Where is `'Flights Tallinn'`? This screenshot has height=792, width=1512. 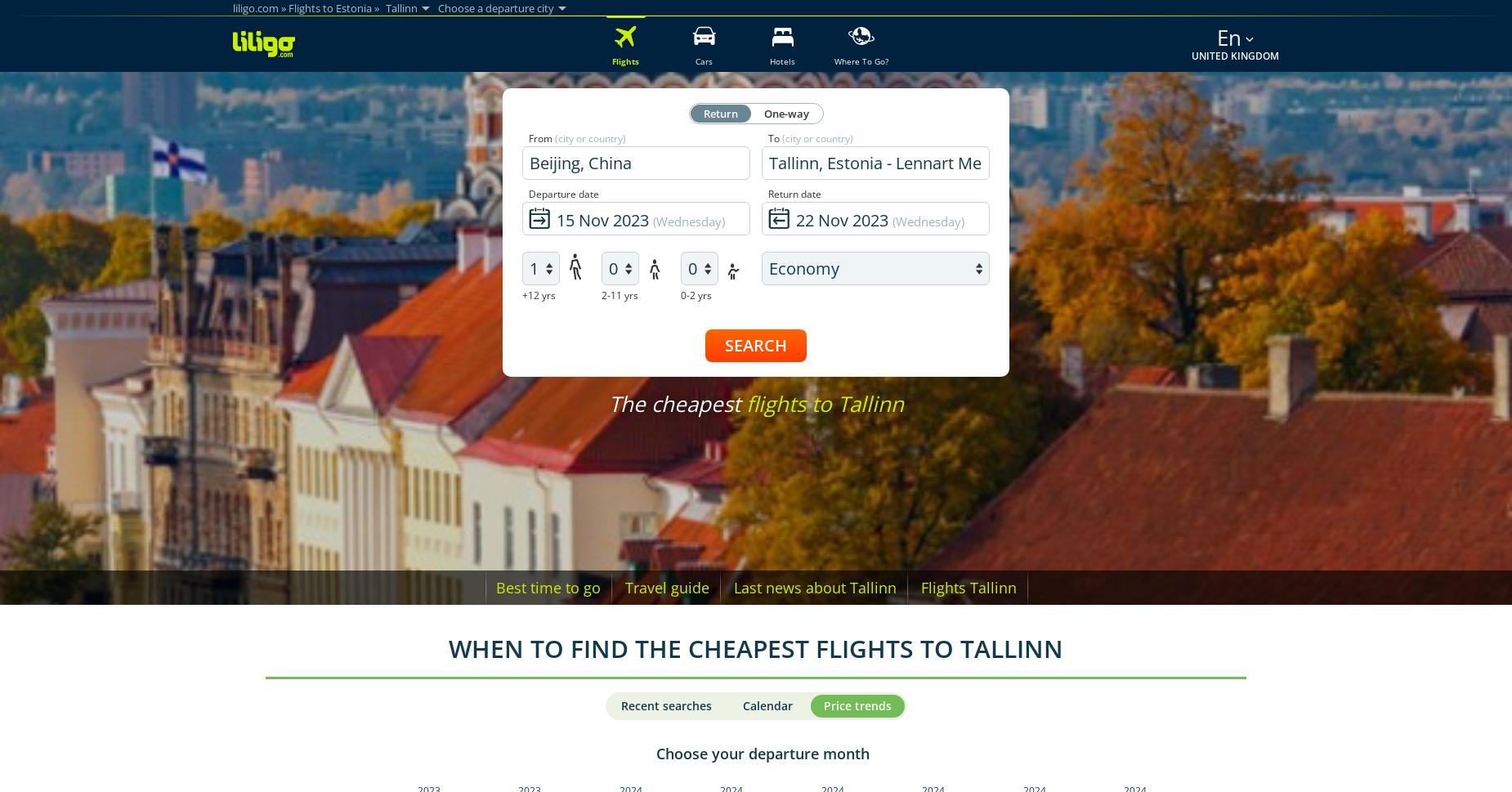 'Flights Tallinn' is located at coordinates (967, 587).